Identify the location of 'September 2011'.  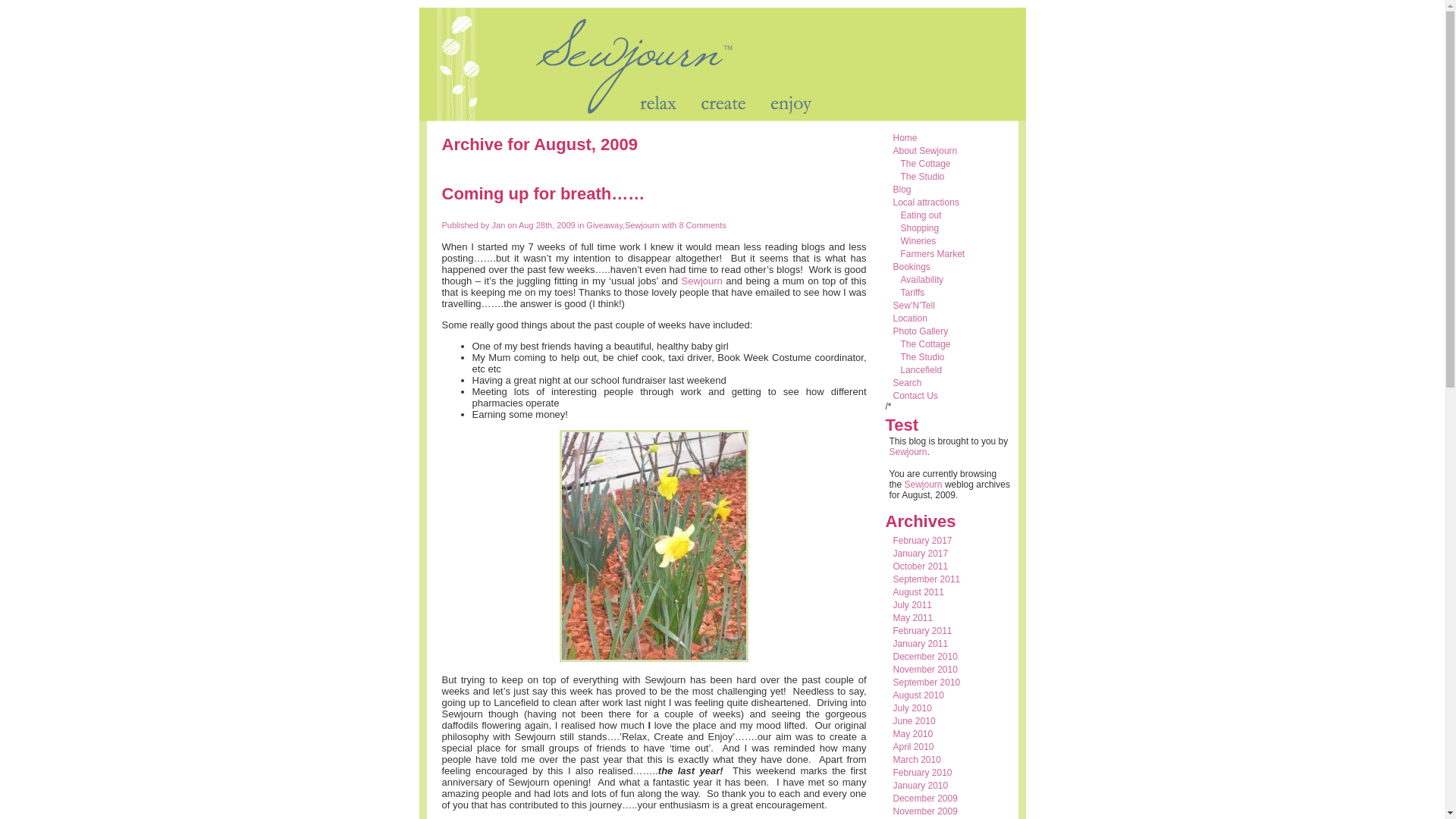
(893, 579).